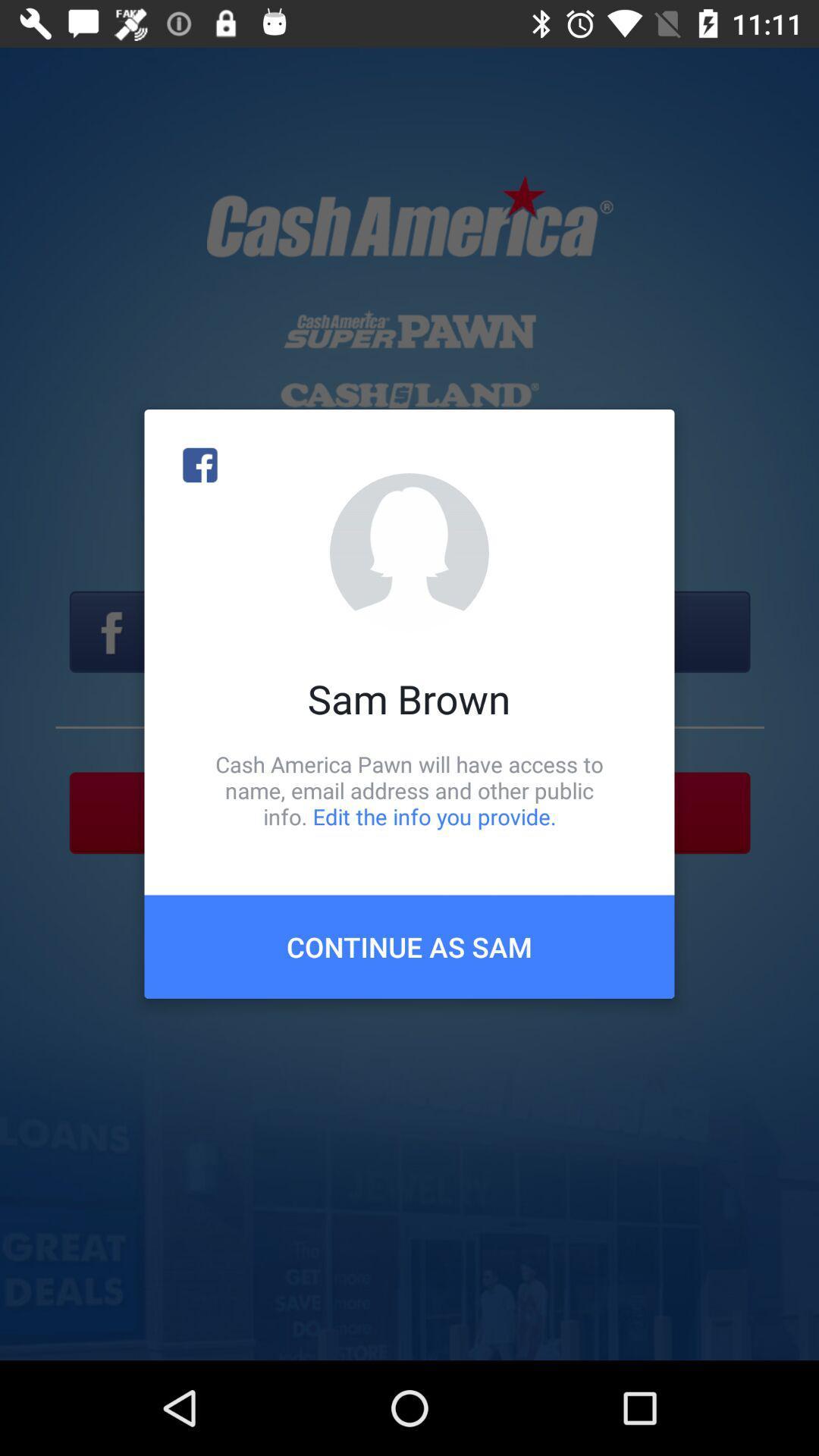 The height and width of the screenshot is (1456, 819). Describe the element at coordinates (409, 789) in the screenshot. I see `cash america pawn` at that location.